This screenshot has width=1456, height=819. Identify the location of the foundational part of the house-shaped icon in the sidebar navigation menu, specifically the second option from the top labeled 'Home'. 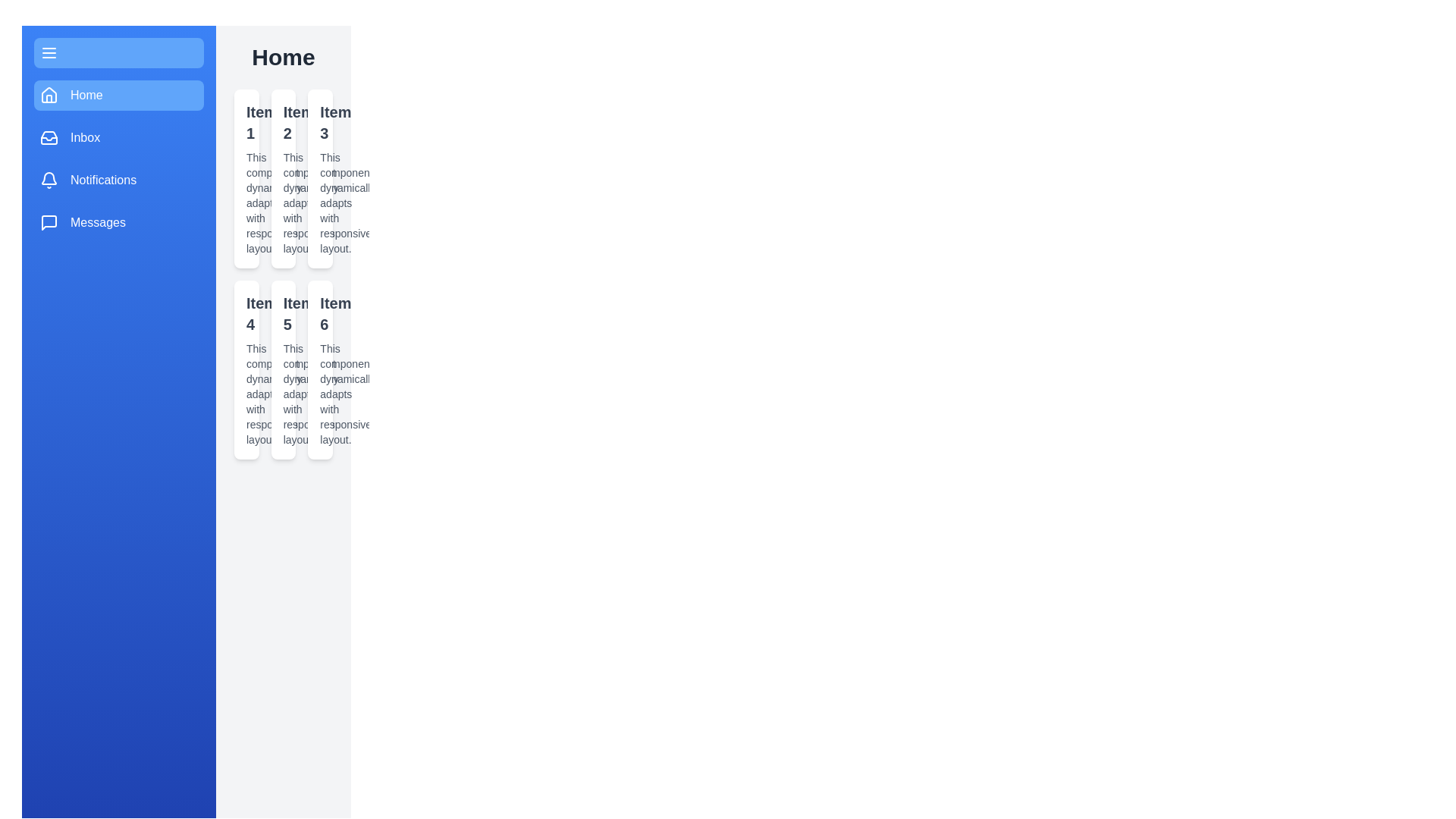
(49, 99).